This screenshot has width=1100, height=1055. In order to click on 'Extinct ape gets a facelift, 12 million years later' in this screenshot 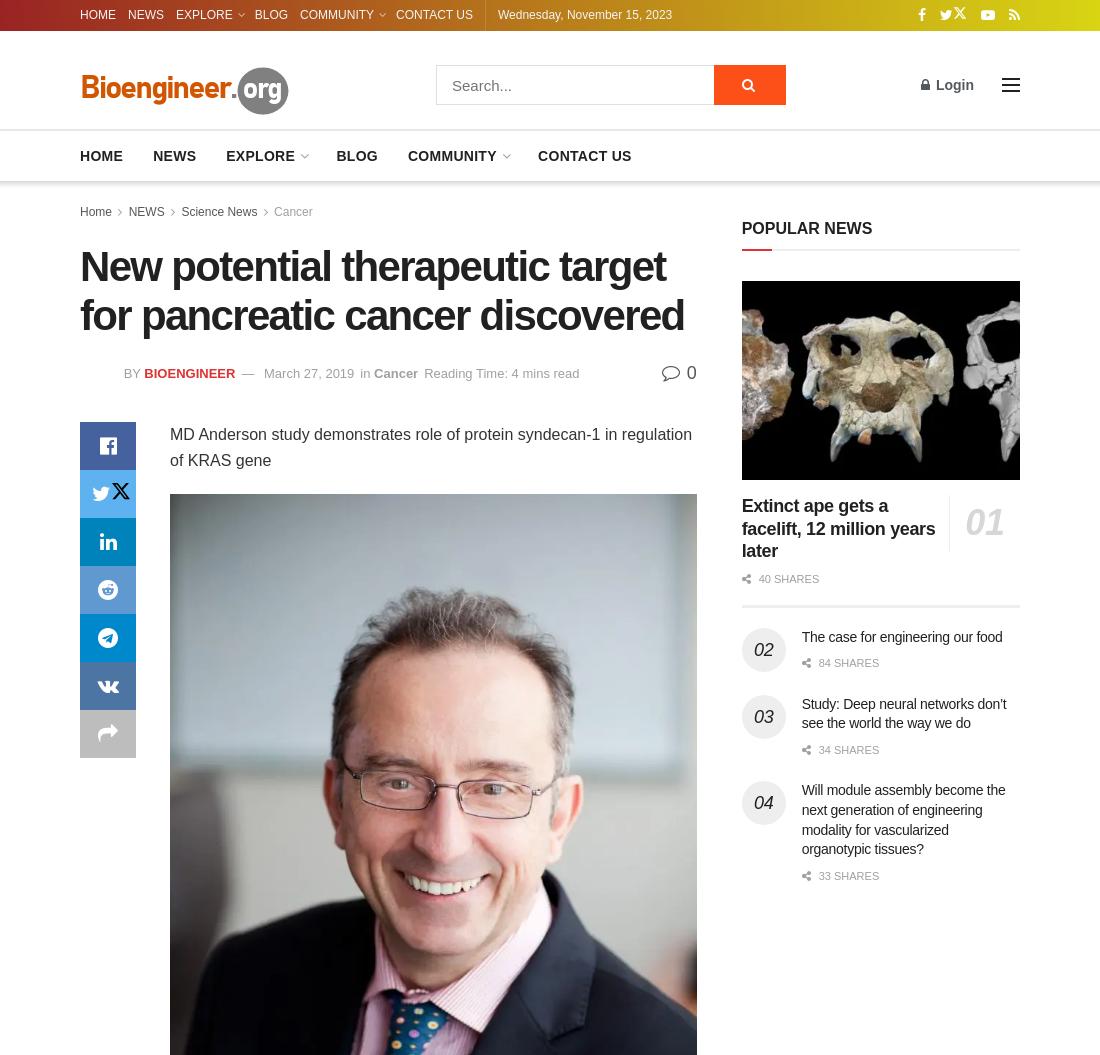, I will do `click(836, 528)`.